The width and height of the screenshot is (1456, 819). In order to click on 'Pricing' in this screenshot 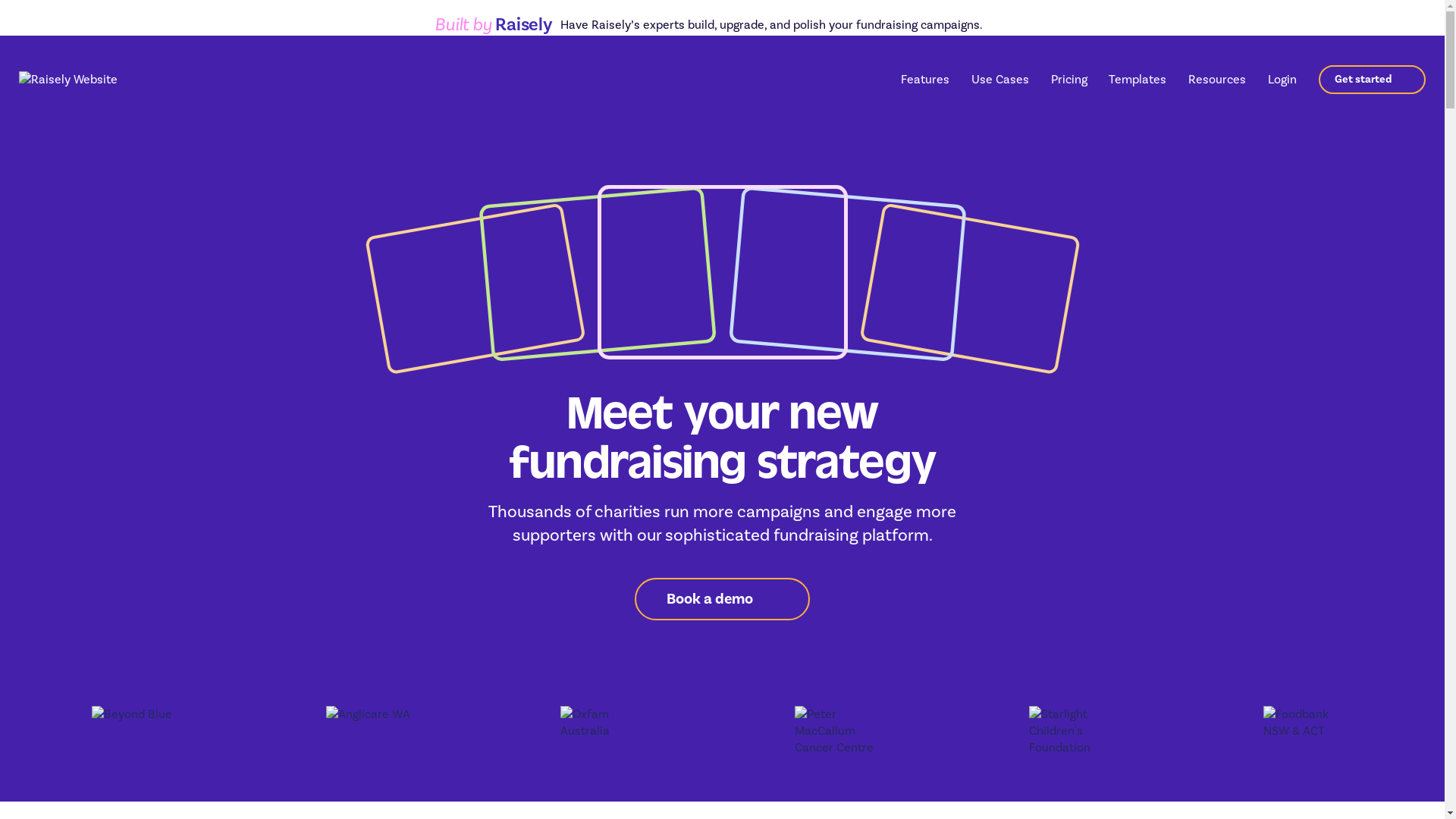, I will do `click(1068, 79)`.